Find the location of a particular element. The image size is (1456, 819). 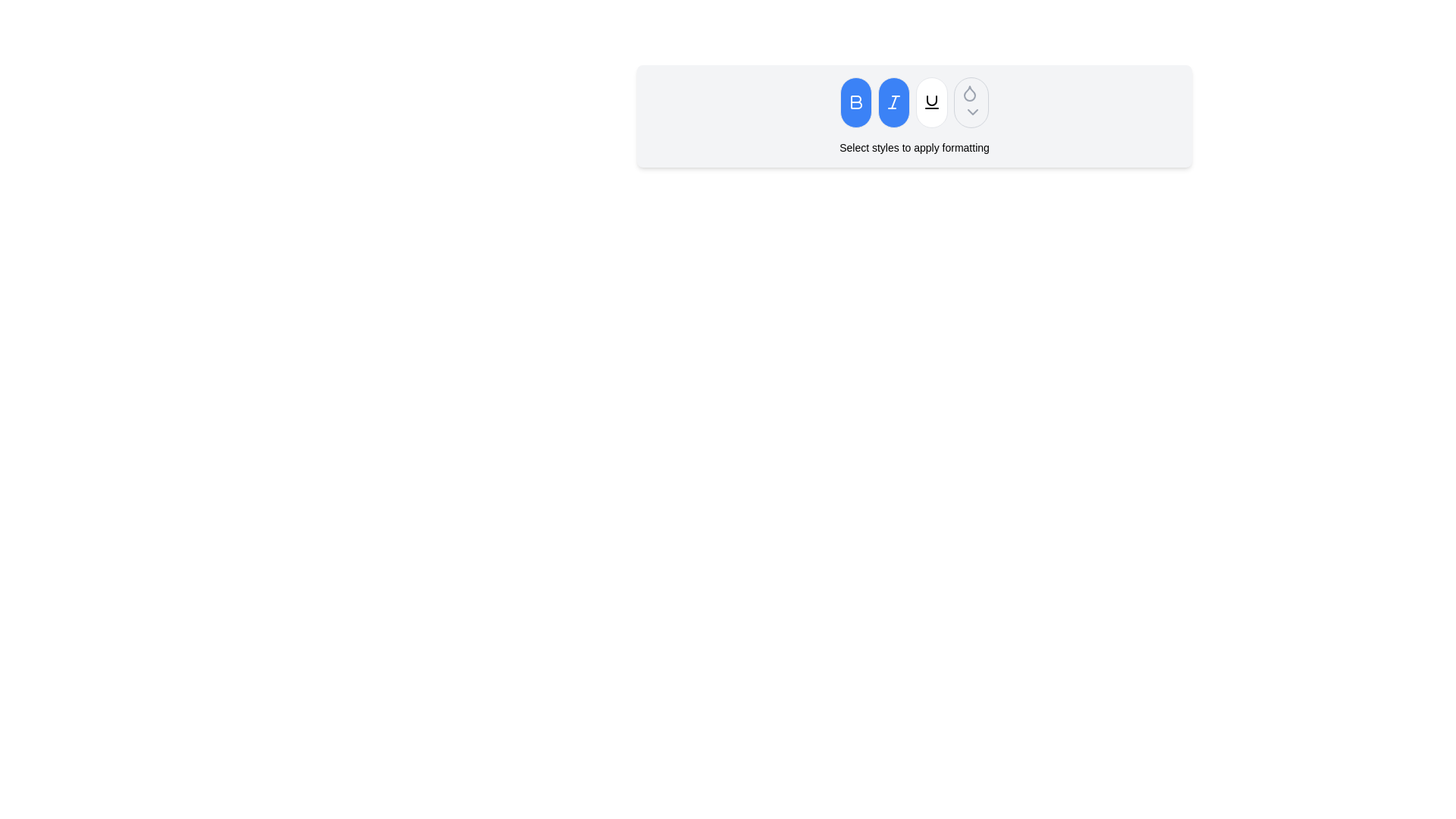

the bold text formatting button located at the top-left of the text editing toolbar is located at coordinates (855, 102).